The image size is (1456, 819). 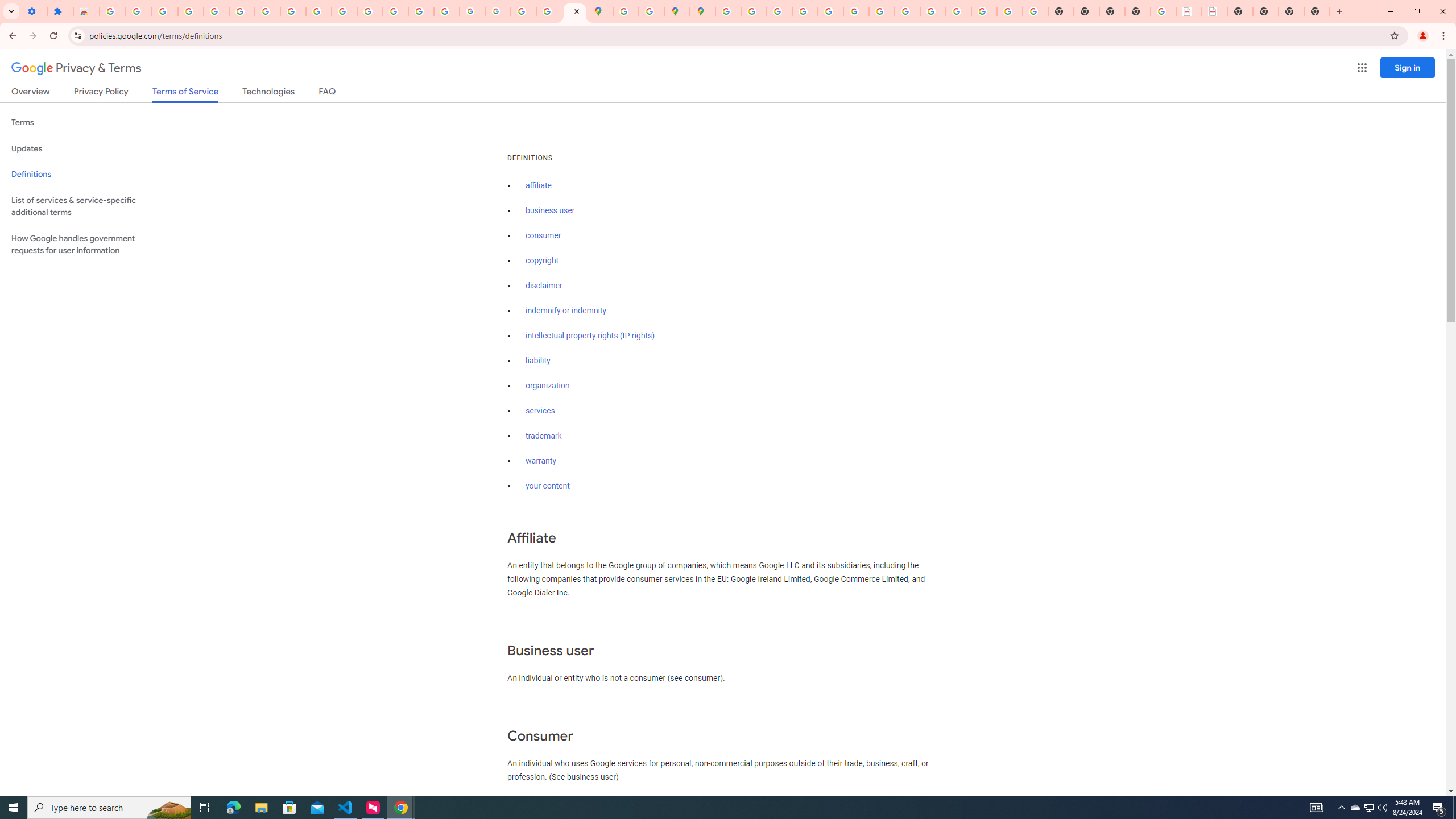 I want to click on 'indemnify or indemnity', so click(x=565, y=311).